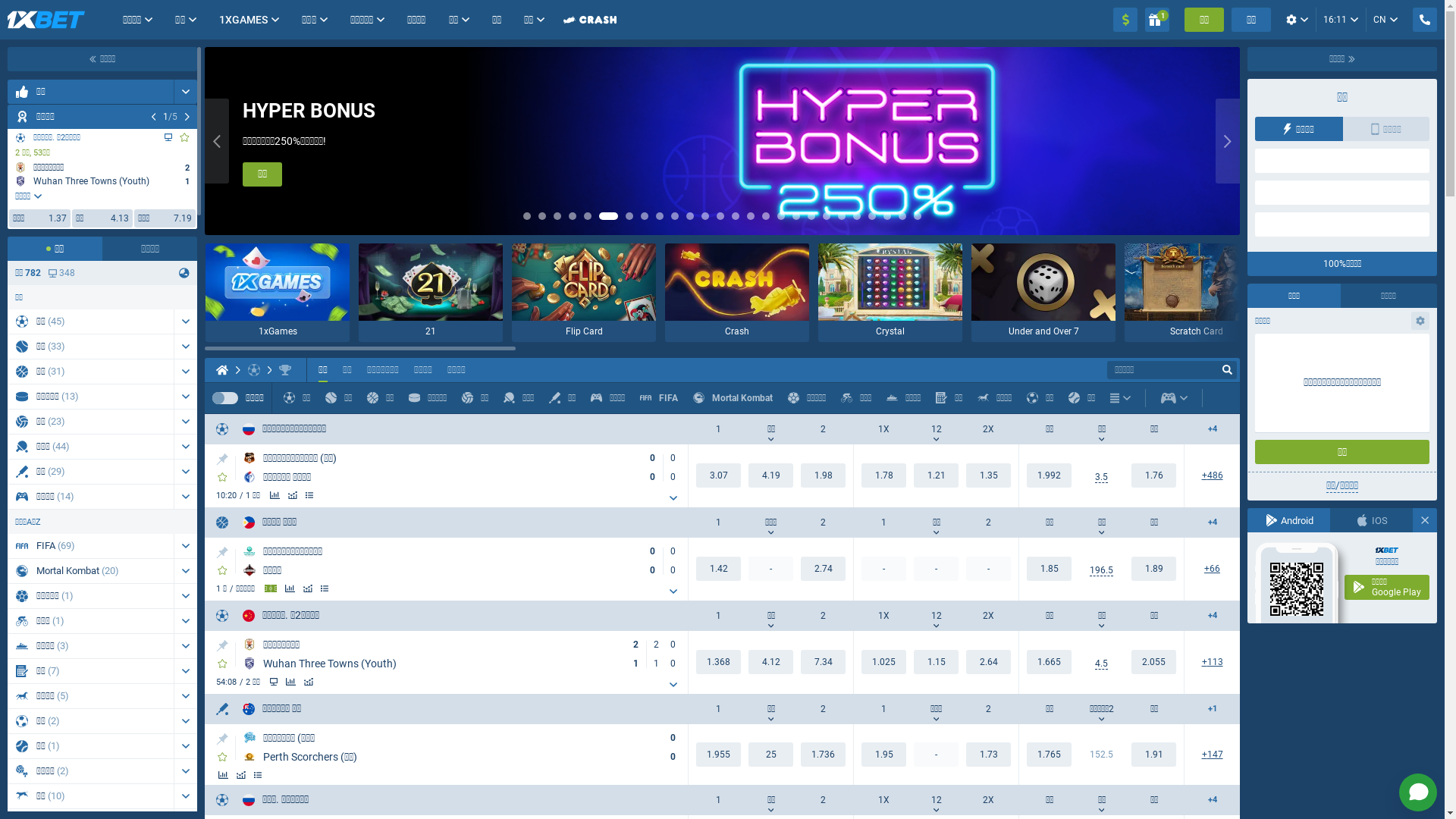  What do you see at coordinates (1211, 709) in the screenshot?
I see `'+1'` at bounding box center [1211, 709].